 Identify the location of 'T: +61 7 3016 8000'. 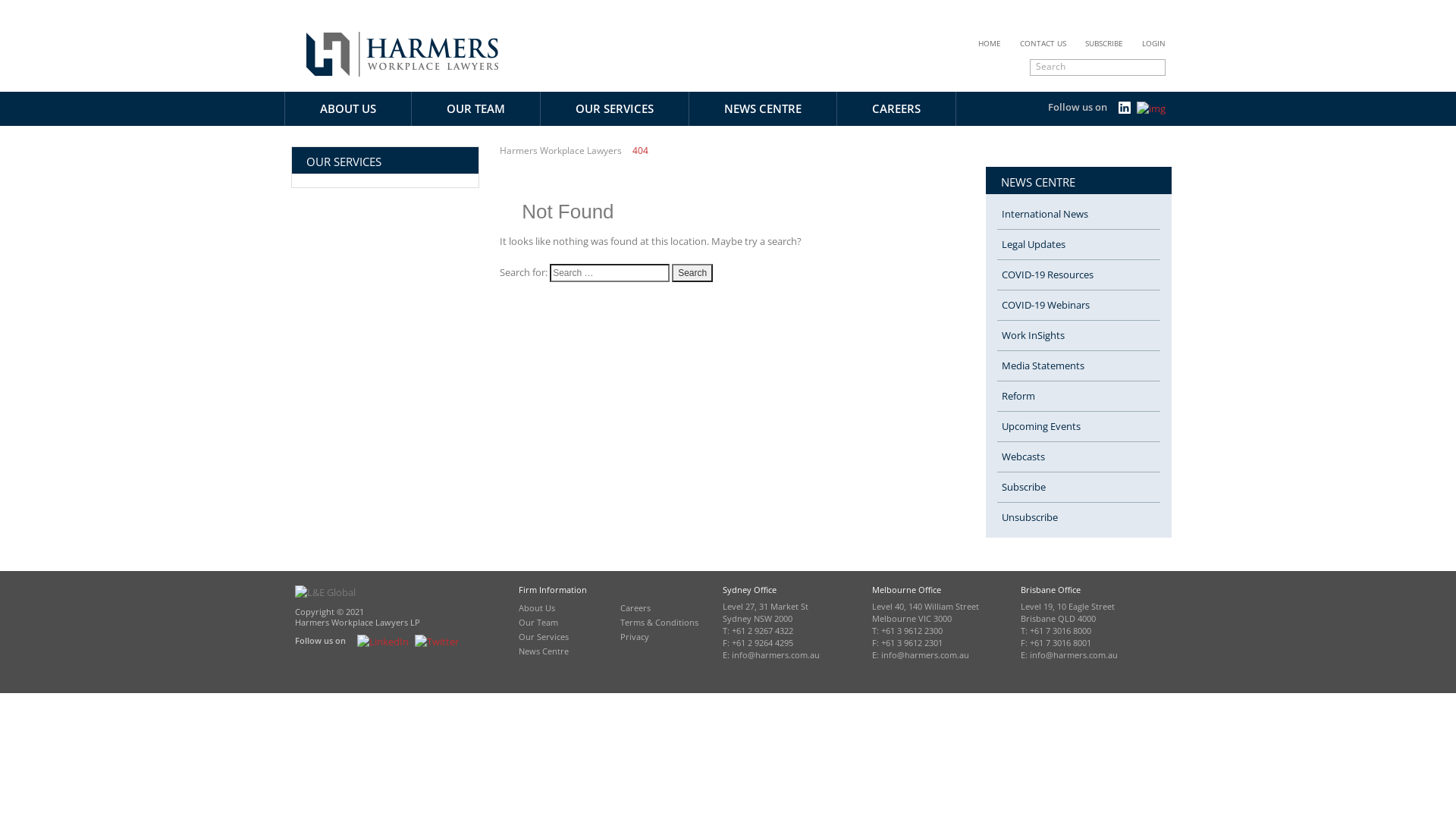
(1020, 631).